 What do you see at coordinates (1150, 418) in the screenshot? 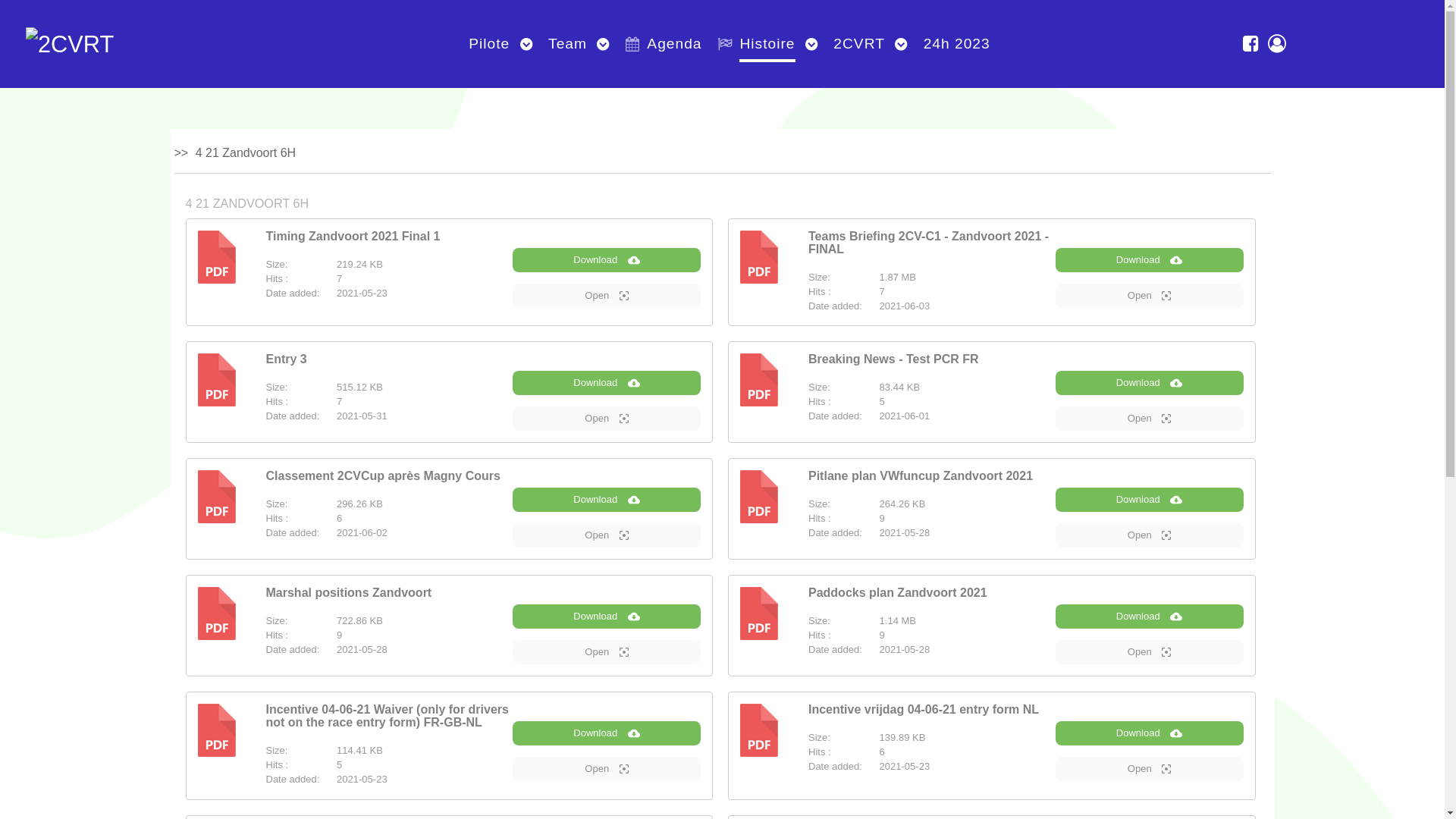
I see `'Open'` at bounding box center [1150, 418].